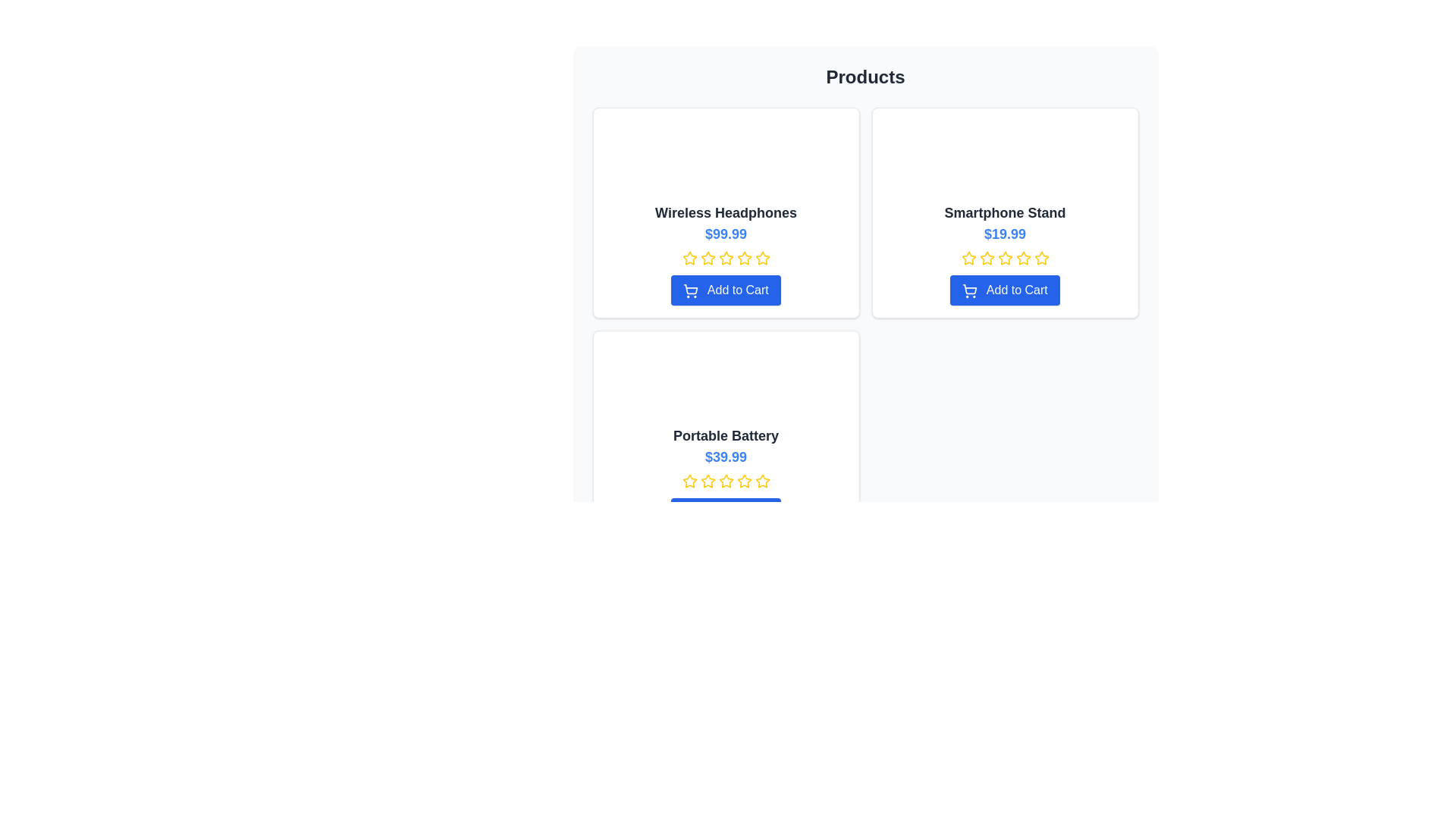  I want to click on the appearance of the first yellow star icon in the rating system below the 'Wireless Headphones' title and above the 'Add to Cart' button, so click(689, 257).